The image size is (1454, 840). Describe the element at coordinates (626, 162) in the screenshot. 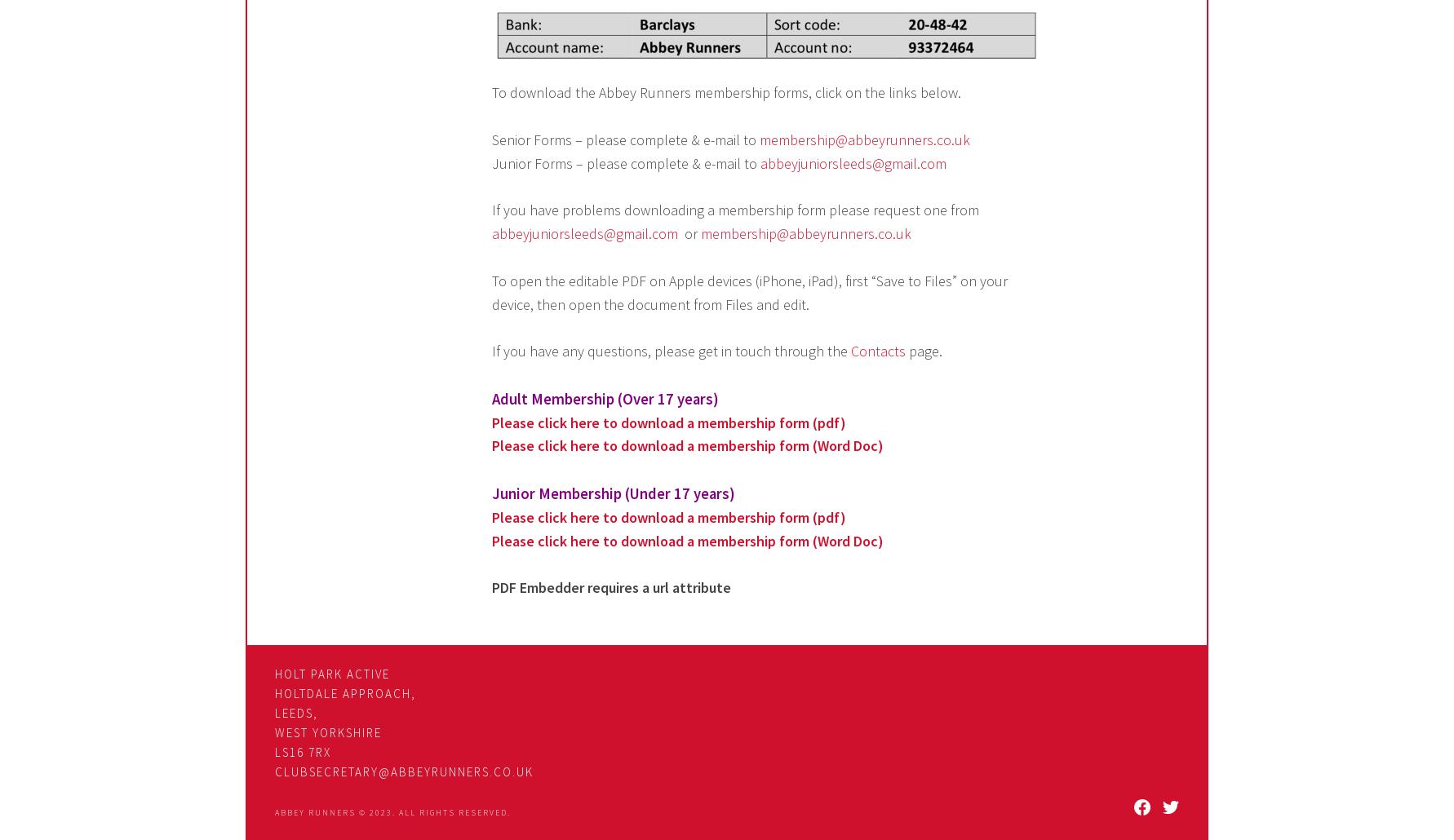

I see `'Junior Forms – please complete & e-mail to'` at that location.